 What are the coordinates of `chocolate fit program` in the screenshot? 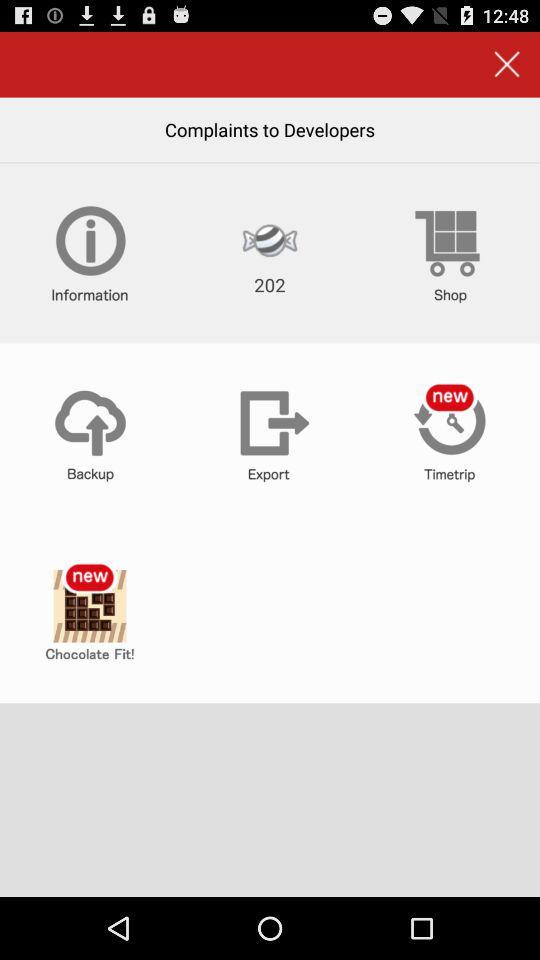 It's located at (89, 612).